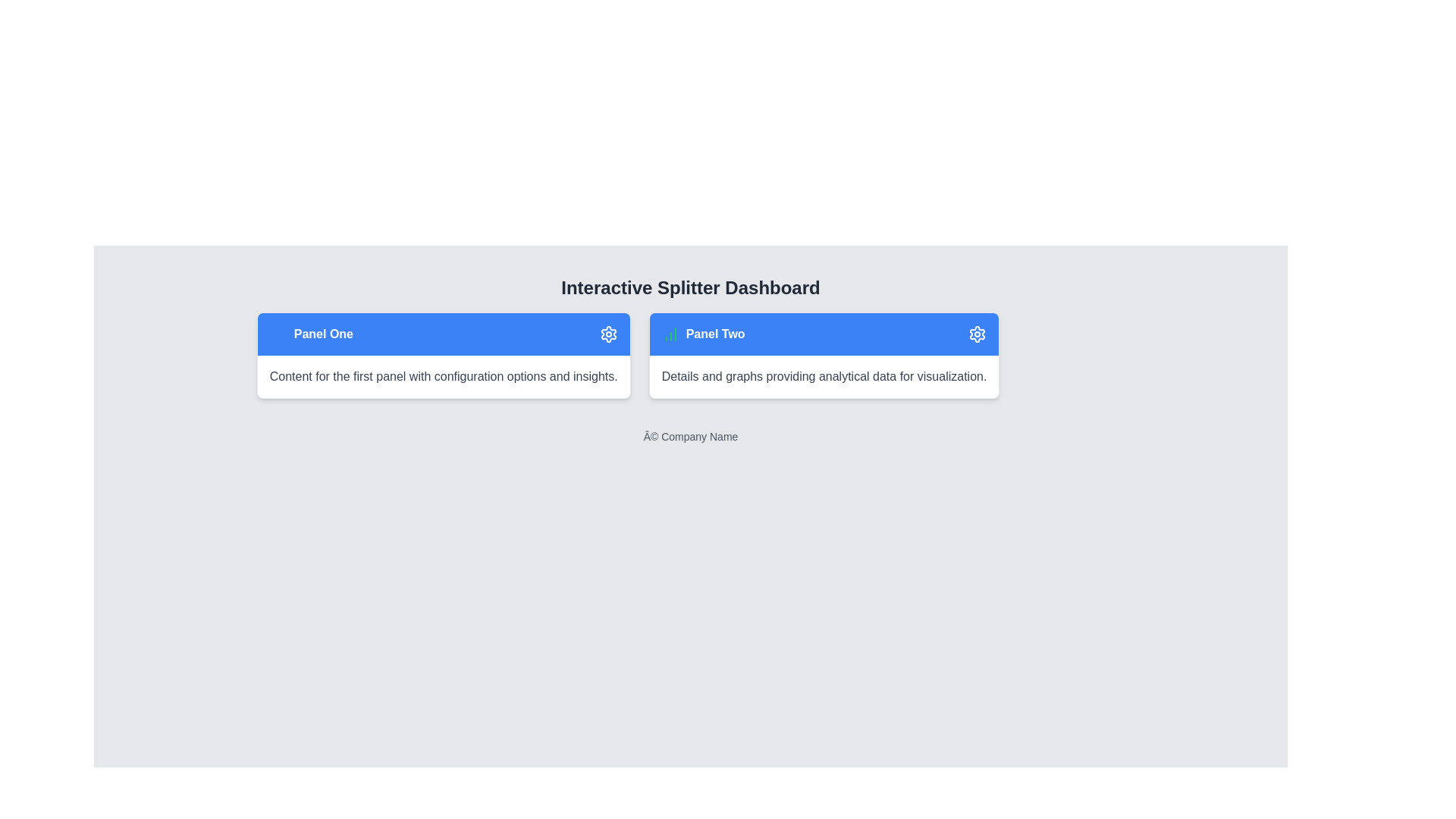 Image resolution: width=1456 pixels, height=819 pixels. I want to click on the descriptive text block for the 'Panel Two' section, which is centrally aligned on the right side of the dashboard beneath the header labeled 'Panel Two', so click(824, 376).